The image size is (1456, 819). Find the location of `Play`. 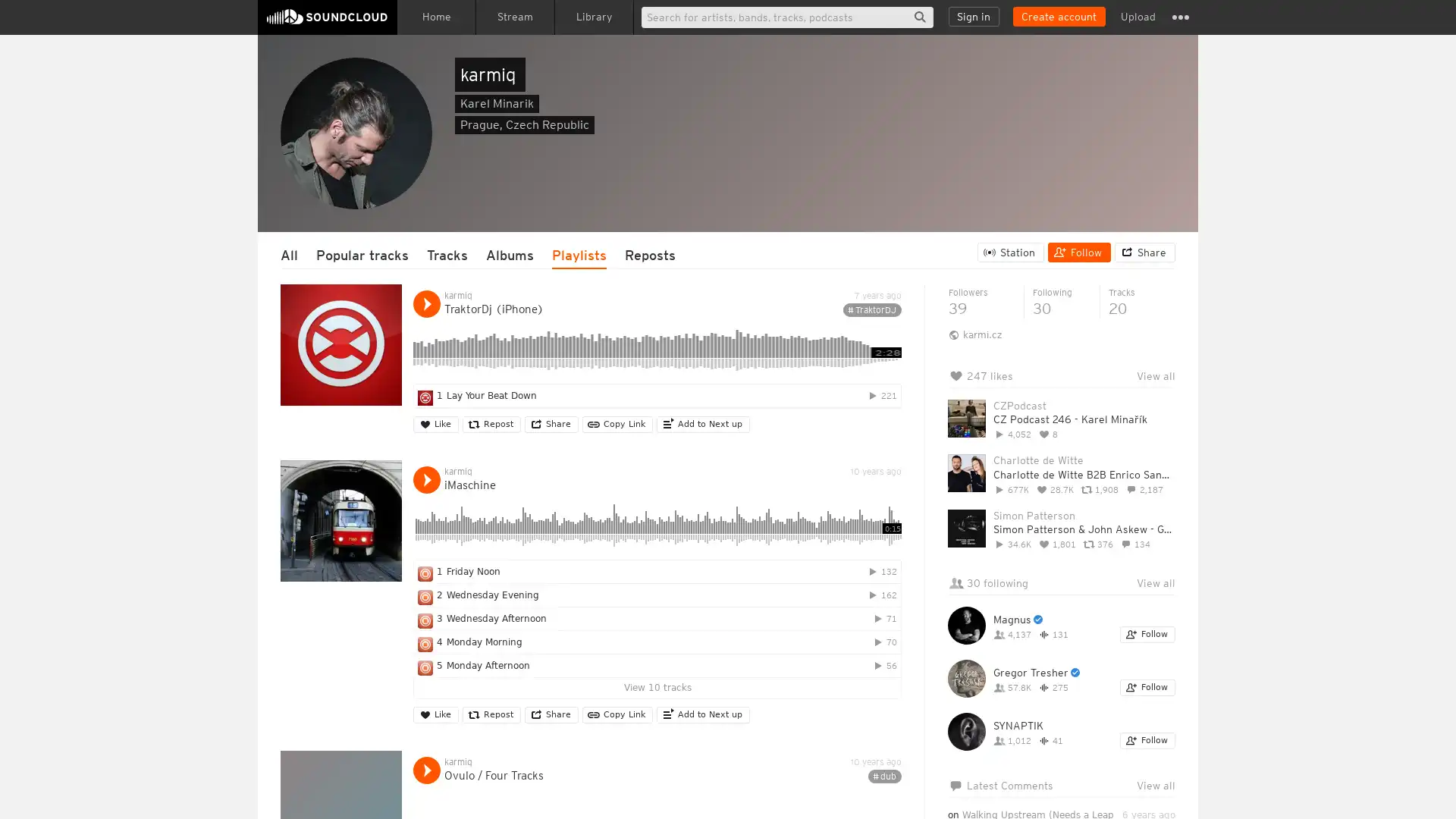

Play is located at coordinates (425, 770).